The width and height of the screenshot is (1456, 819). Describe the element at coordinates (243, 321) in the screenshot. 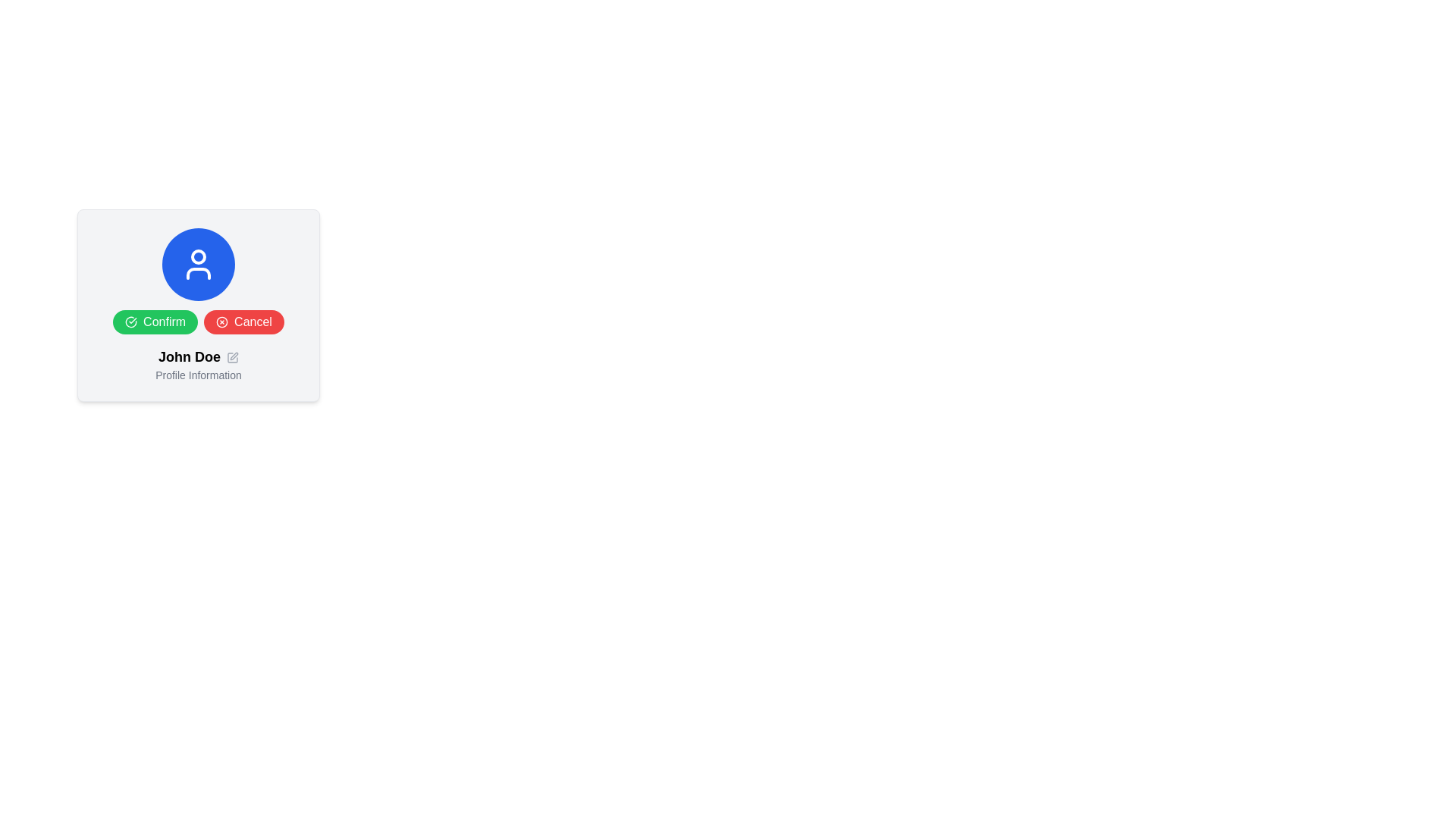

I see `the red 'Cancel' button with rounded edges, labeled in white text` at that location.